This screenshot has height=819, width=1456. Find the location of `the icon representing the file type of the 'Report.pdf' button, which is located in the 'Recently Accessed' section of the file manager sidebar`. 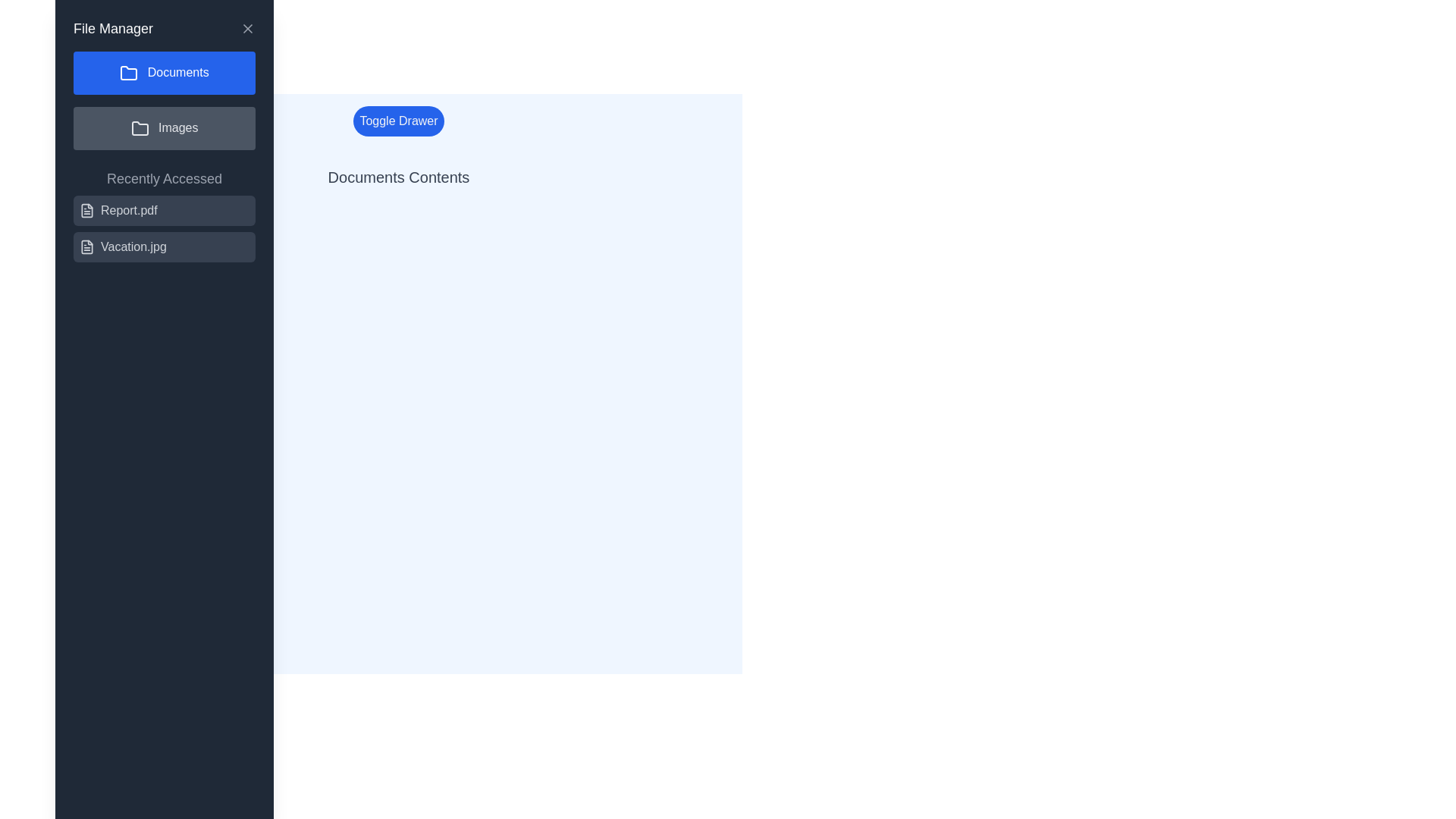

the icon representing the file type of the 'Report.pdf' button, which is located in the 'Recently Accessed' section of the file manager sidebar is located at coordinates (86, 210).